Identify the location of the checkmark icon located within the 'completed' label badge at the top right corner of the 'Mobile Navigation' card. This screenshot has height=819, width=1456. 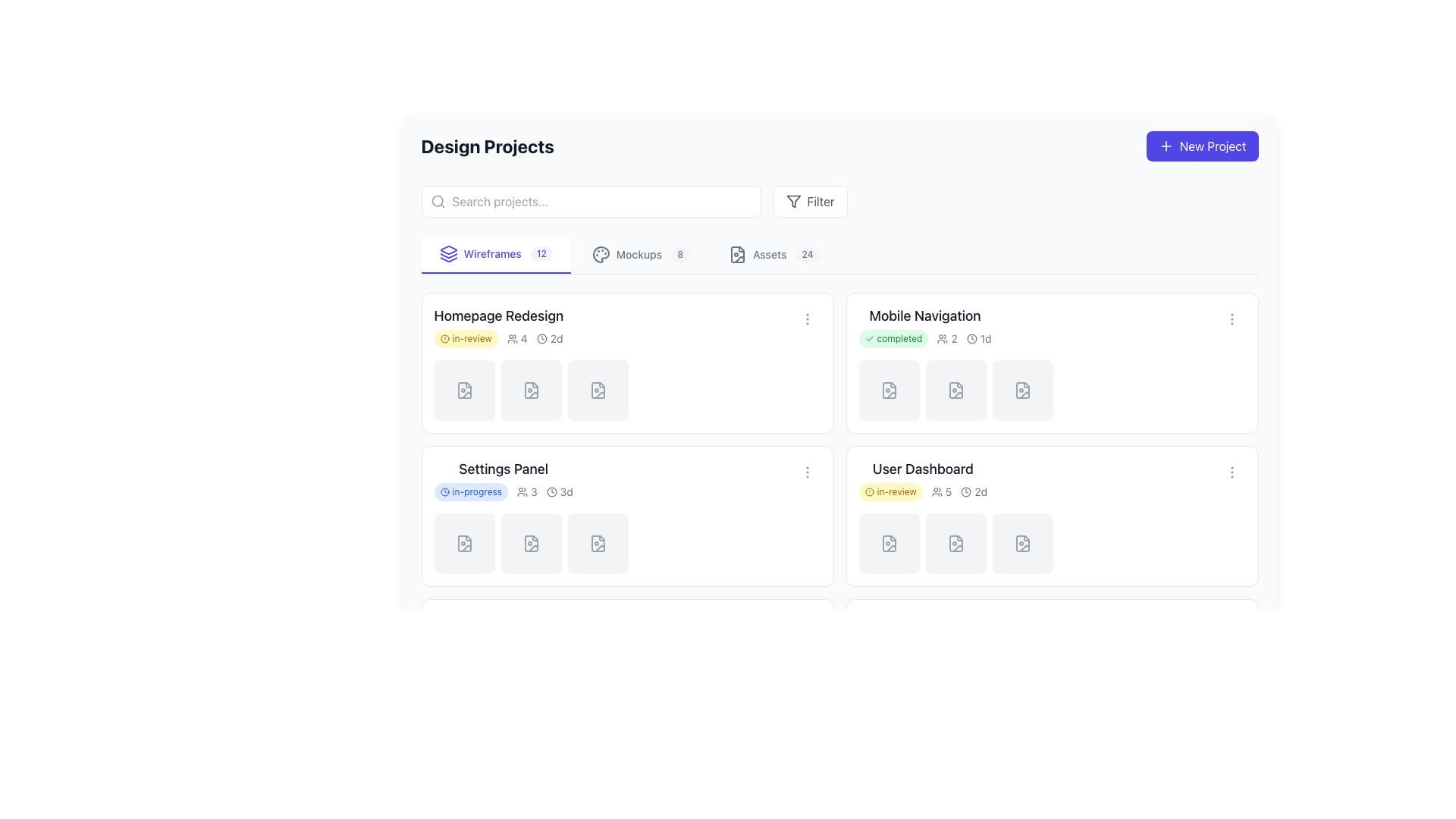
(869, 338).